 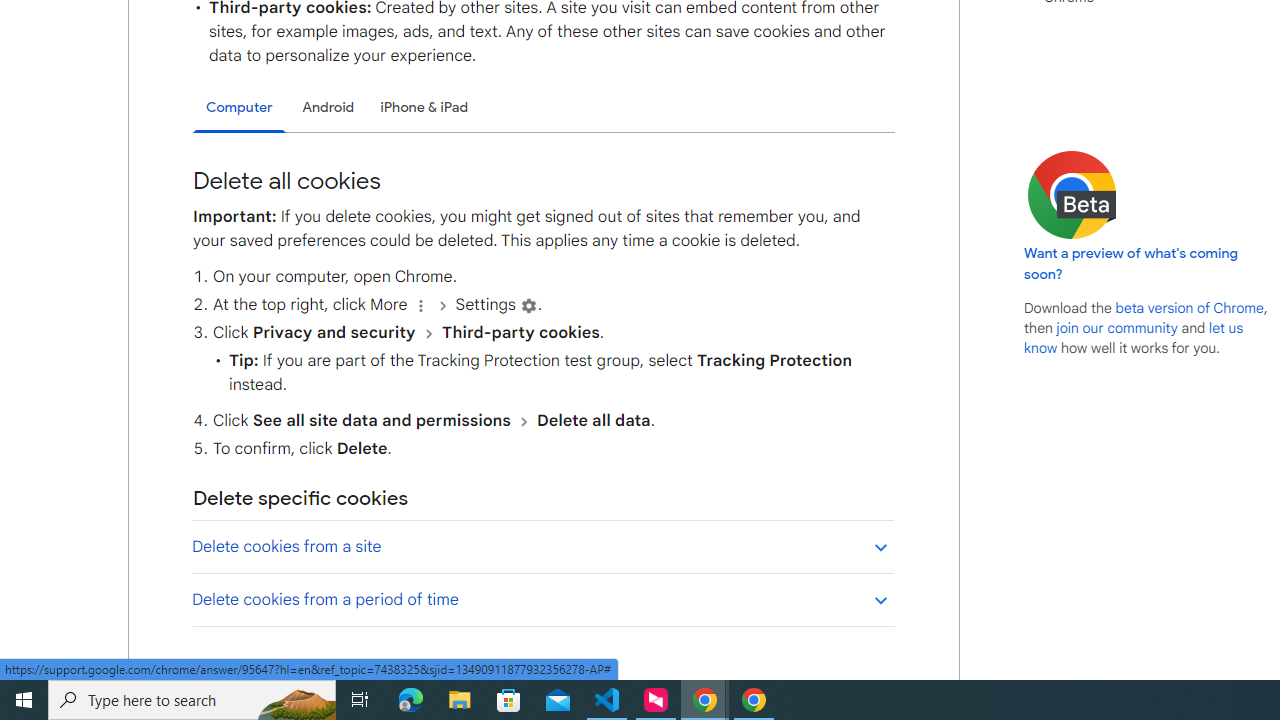 What do you see at coordinates (328, 107) in the screenshot?
I see `'Android'` at bounding box center [328, 107].